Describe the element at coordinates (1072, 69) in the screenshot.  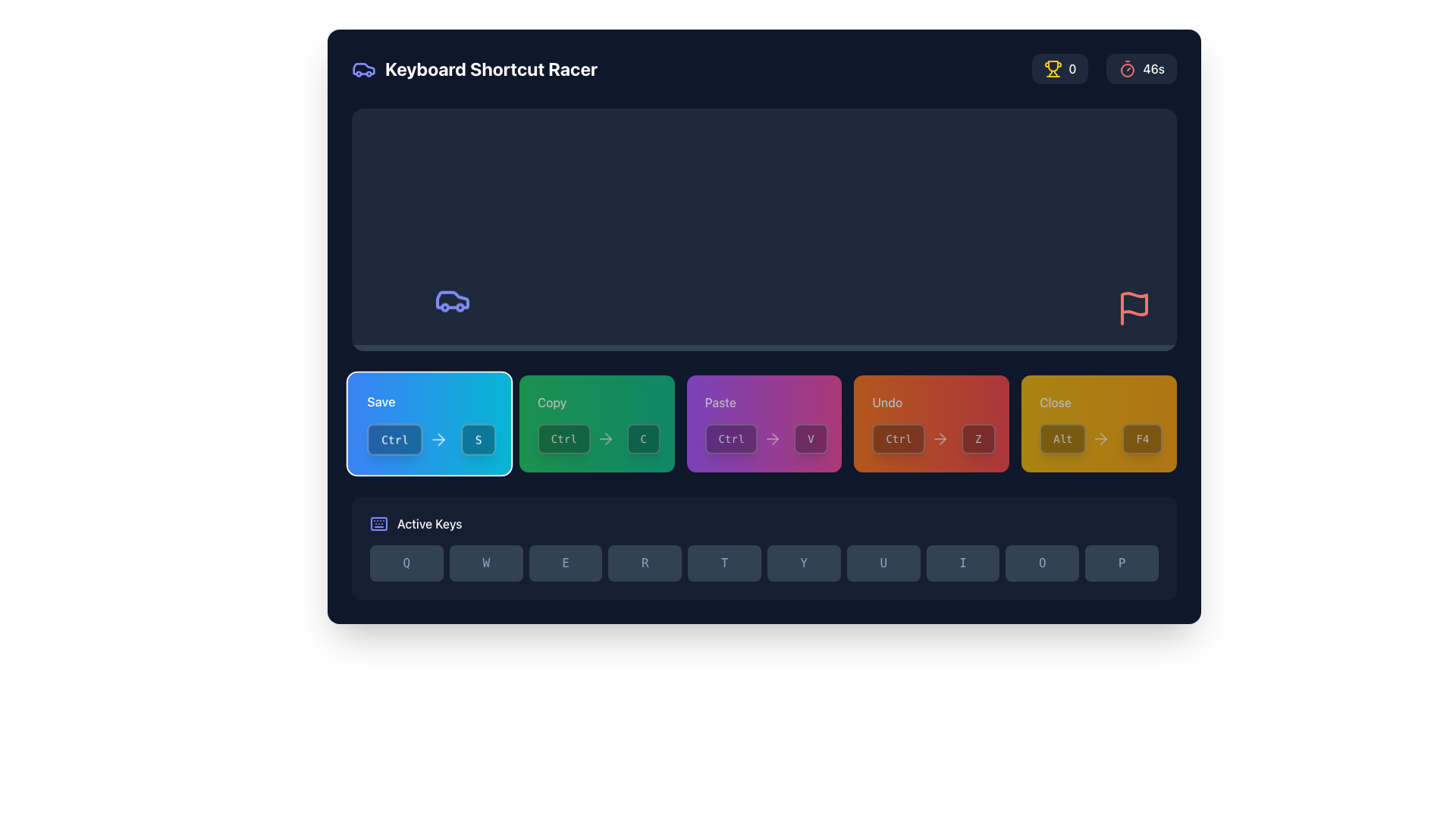
I see `the text label in the top-right corner of the interface that displays a numerical value, likely representing a score or metric` at that location.